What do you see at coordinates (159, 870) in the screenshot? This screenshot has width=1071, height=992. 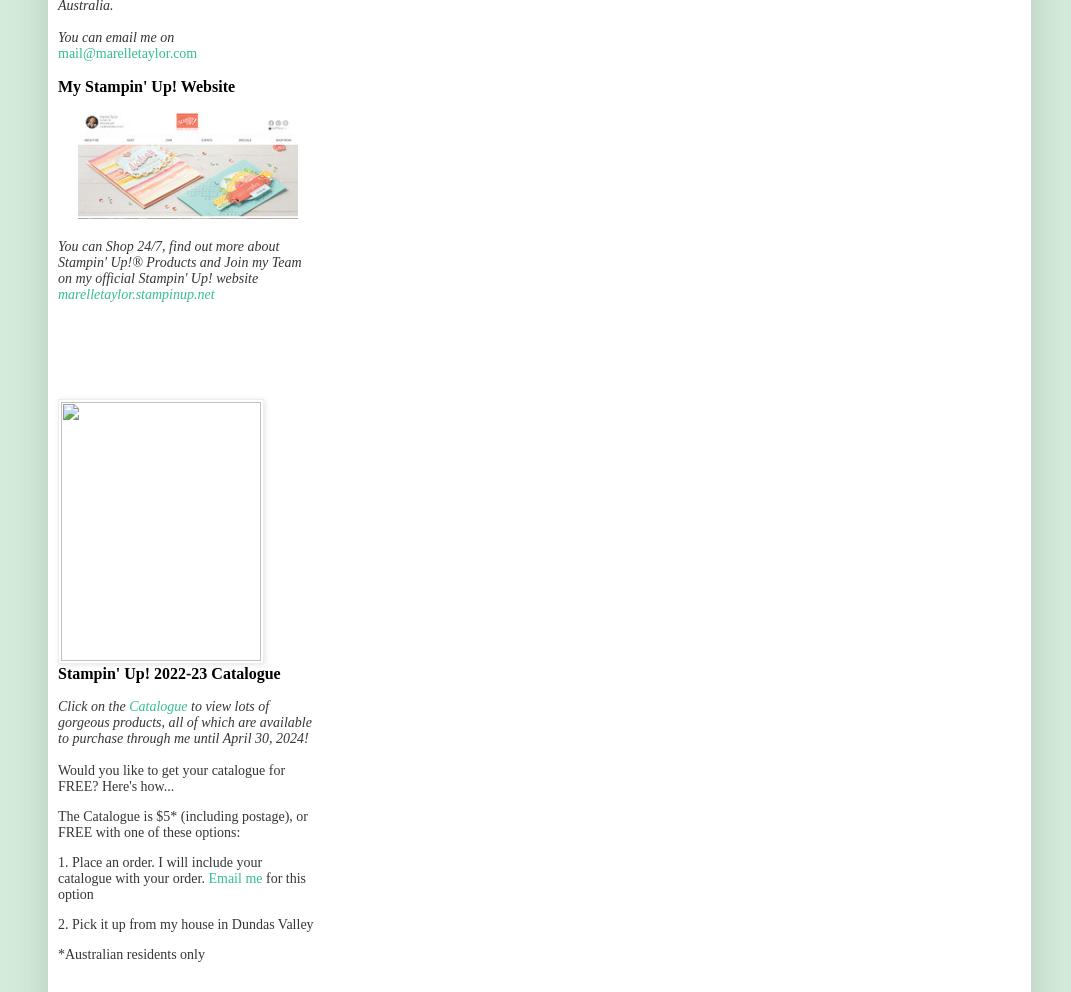 I see `'1. Place an order. I will include your catalogue with your order.'` at bounding box center [159, 870].